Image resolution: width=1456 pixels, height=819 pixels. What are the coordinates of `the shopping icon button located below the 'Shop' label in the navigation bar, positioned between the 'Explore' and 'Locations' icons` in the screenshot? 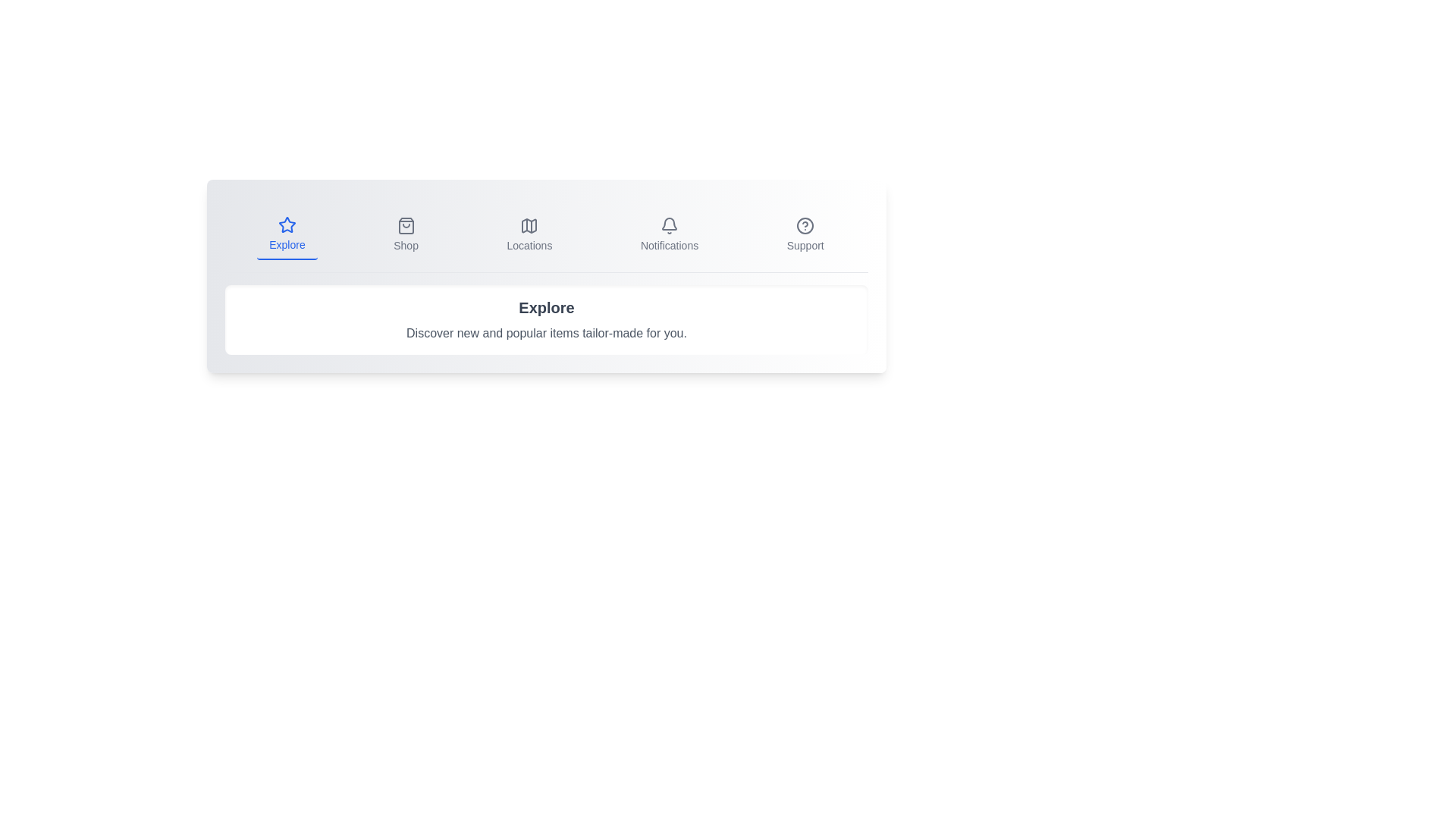 It's located at (406, 225).